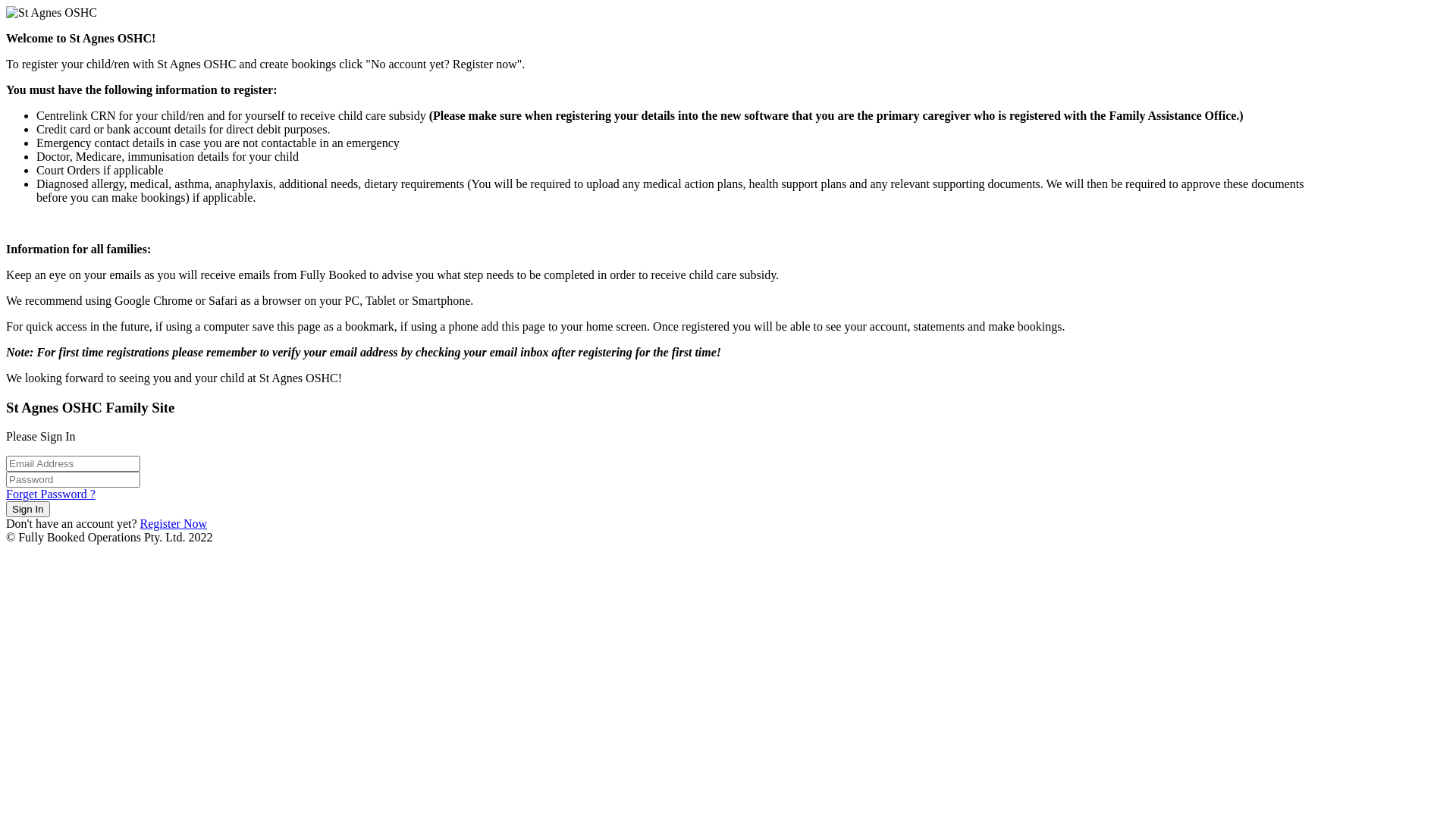 Image resolution: width=1456 pixels, height=819 pixels. What do you see at coordinates (28, 509) in the screenshot?
I see `'Sign In'` at bounding box center [28, 509].